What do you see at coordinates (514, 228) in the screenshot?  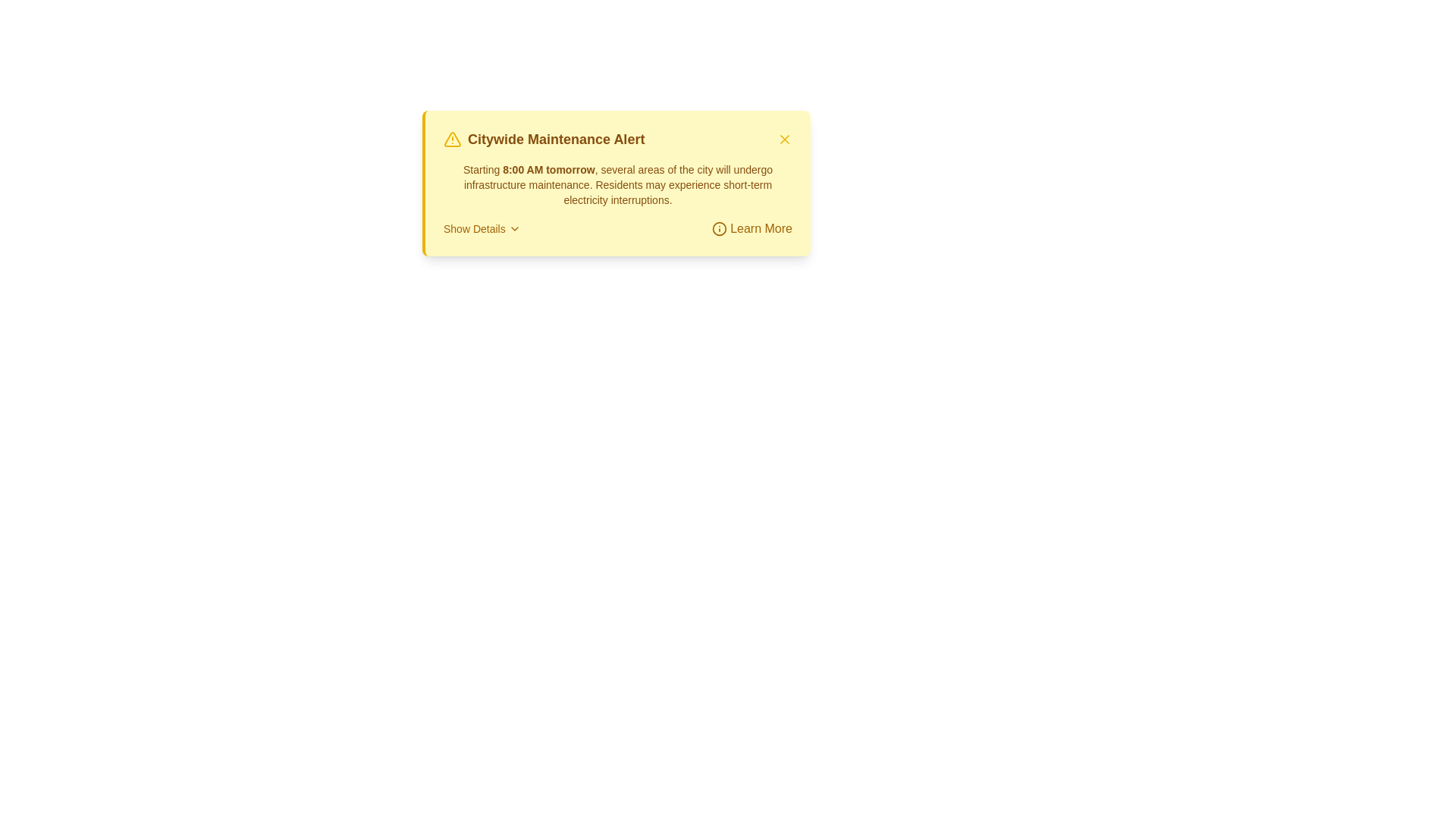 I see `the 'chevron-down' icon located to the right of the 'Show Details' text in the notification box` at bounding box center [514, 228].